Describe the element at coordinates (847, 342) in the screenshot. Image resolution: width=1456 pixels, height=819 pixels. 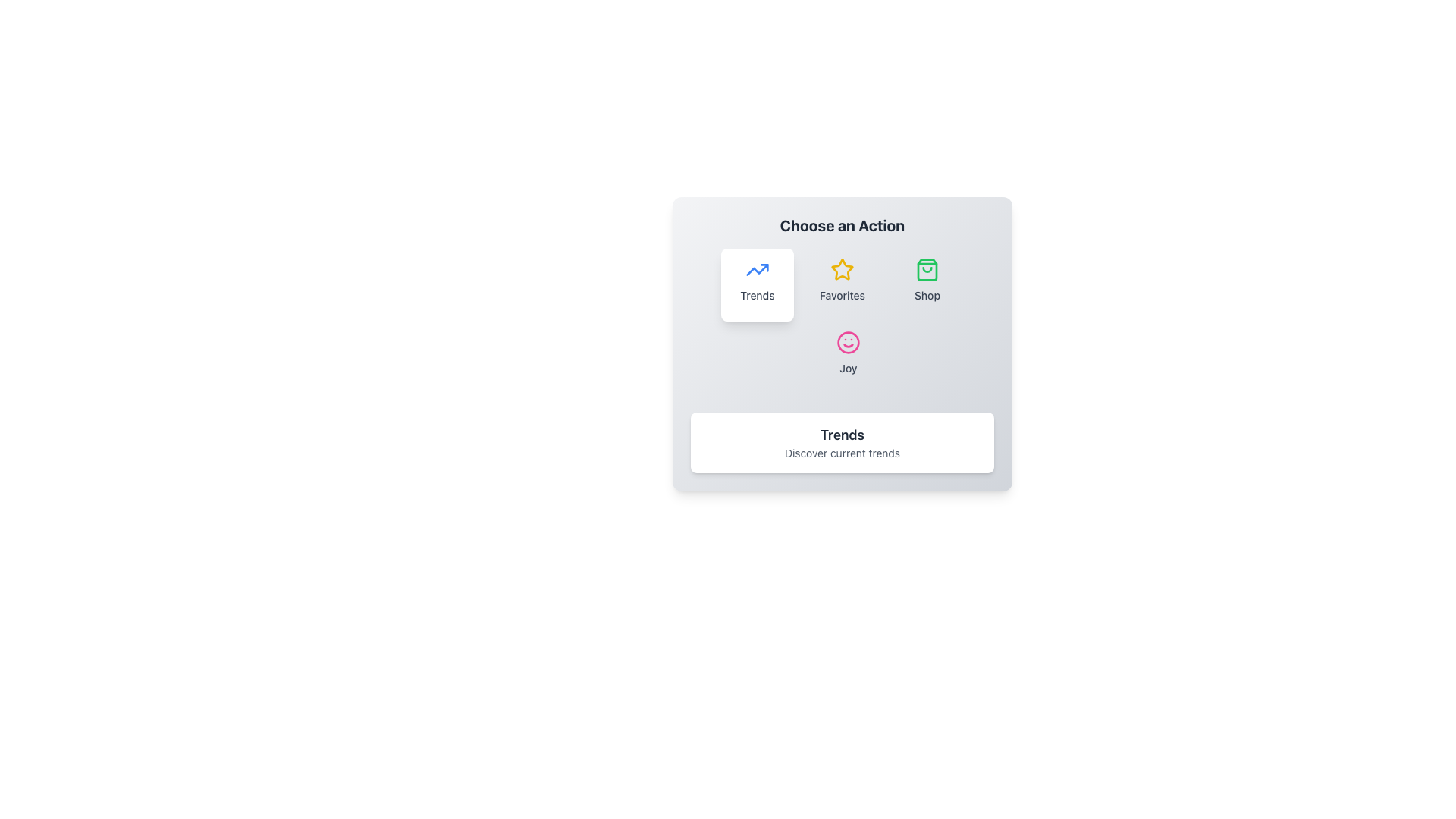
I see `the main circular component of the smiley face icon labeled as 'Joy' within the grid of icons located at the bottom-right corner` at that location.